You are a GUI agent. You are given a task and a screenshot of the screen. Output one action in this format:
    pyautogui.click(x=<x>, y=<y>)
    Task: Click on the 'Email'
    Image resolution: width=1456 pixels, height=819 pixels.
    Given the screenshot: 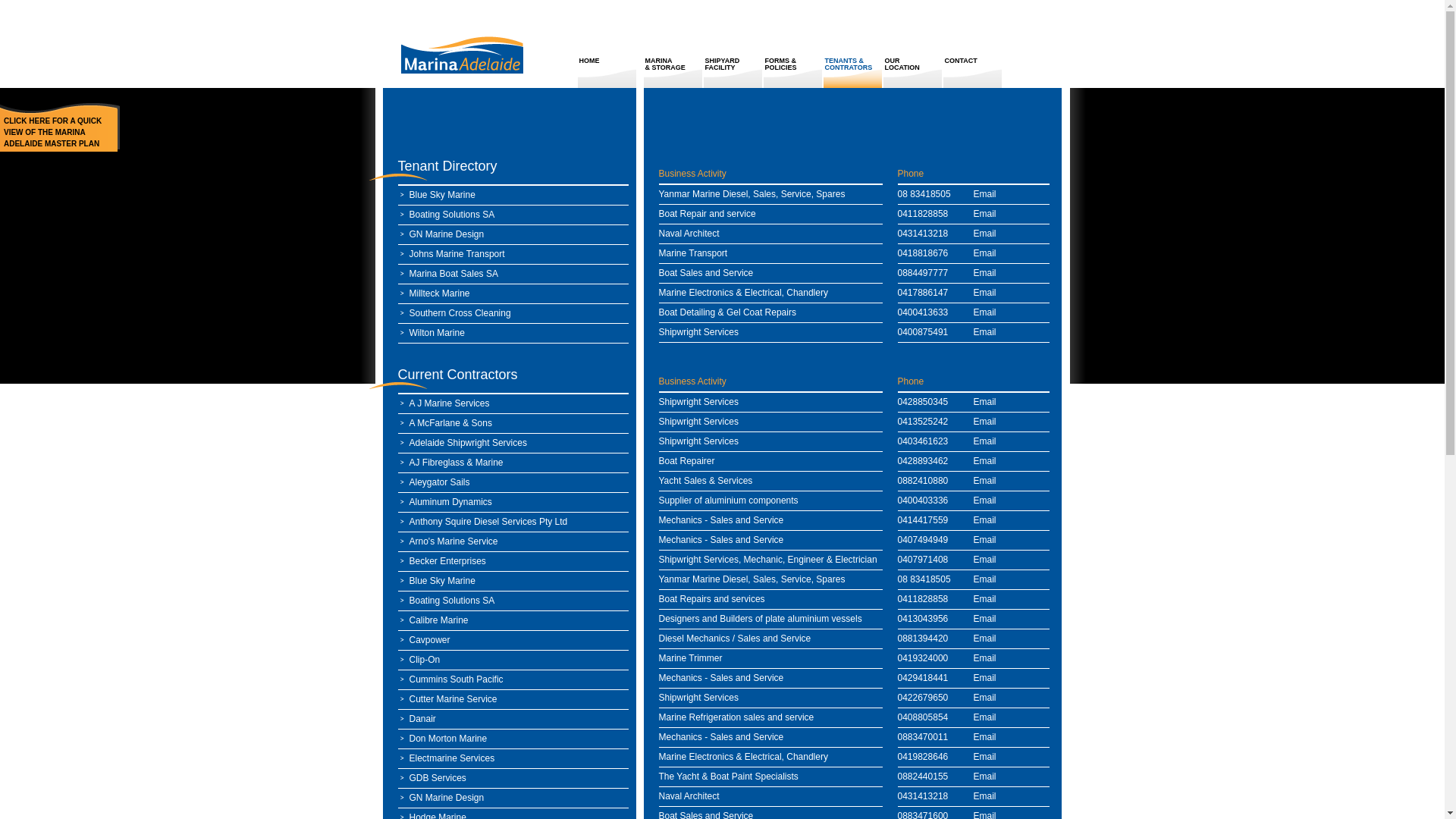 What is the action you would take?
    pyautogui.click(x=985, y=559)
    